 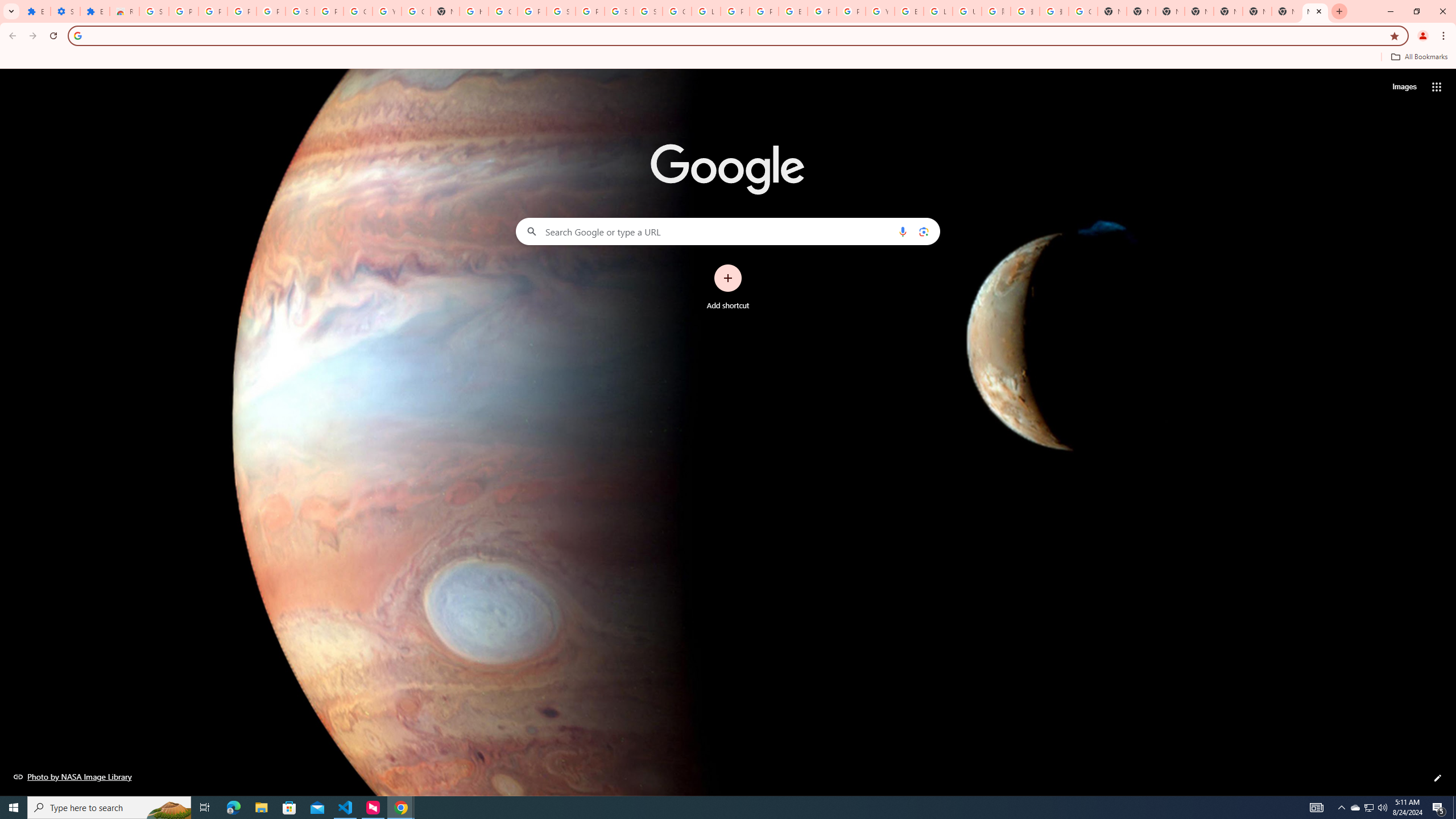 I want to click on 'Privacy Help Center - Policies Help', so click(x=734, y=11).